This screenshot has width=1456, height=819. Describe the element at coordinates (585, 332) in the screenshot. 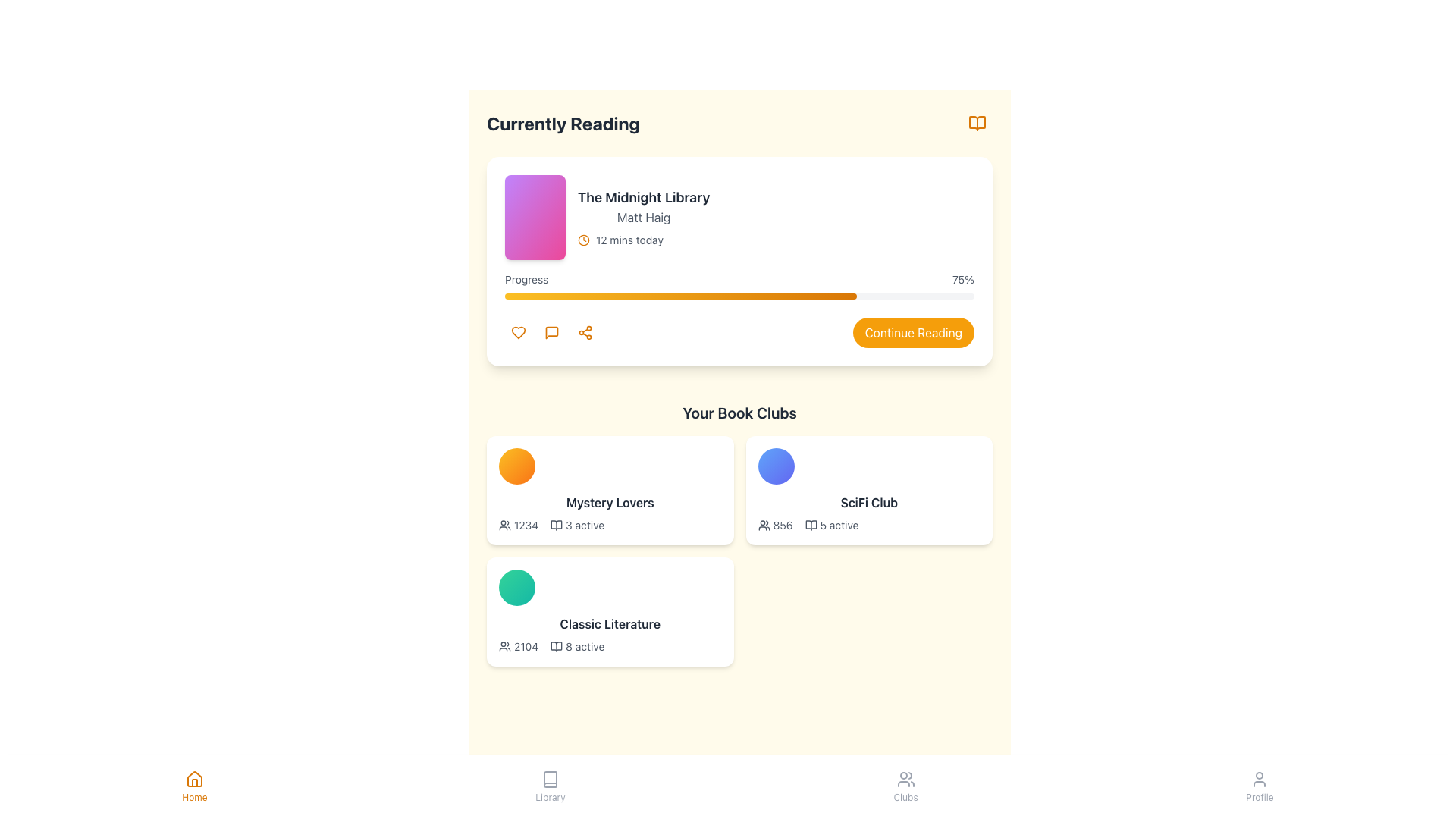

I see `the share button, which is the third circular button located under the book information card in the 'Currently Reading' section` at that location.